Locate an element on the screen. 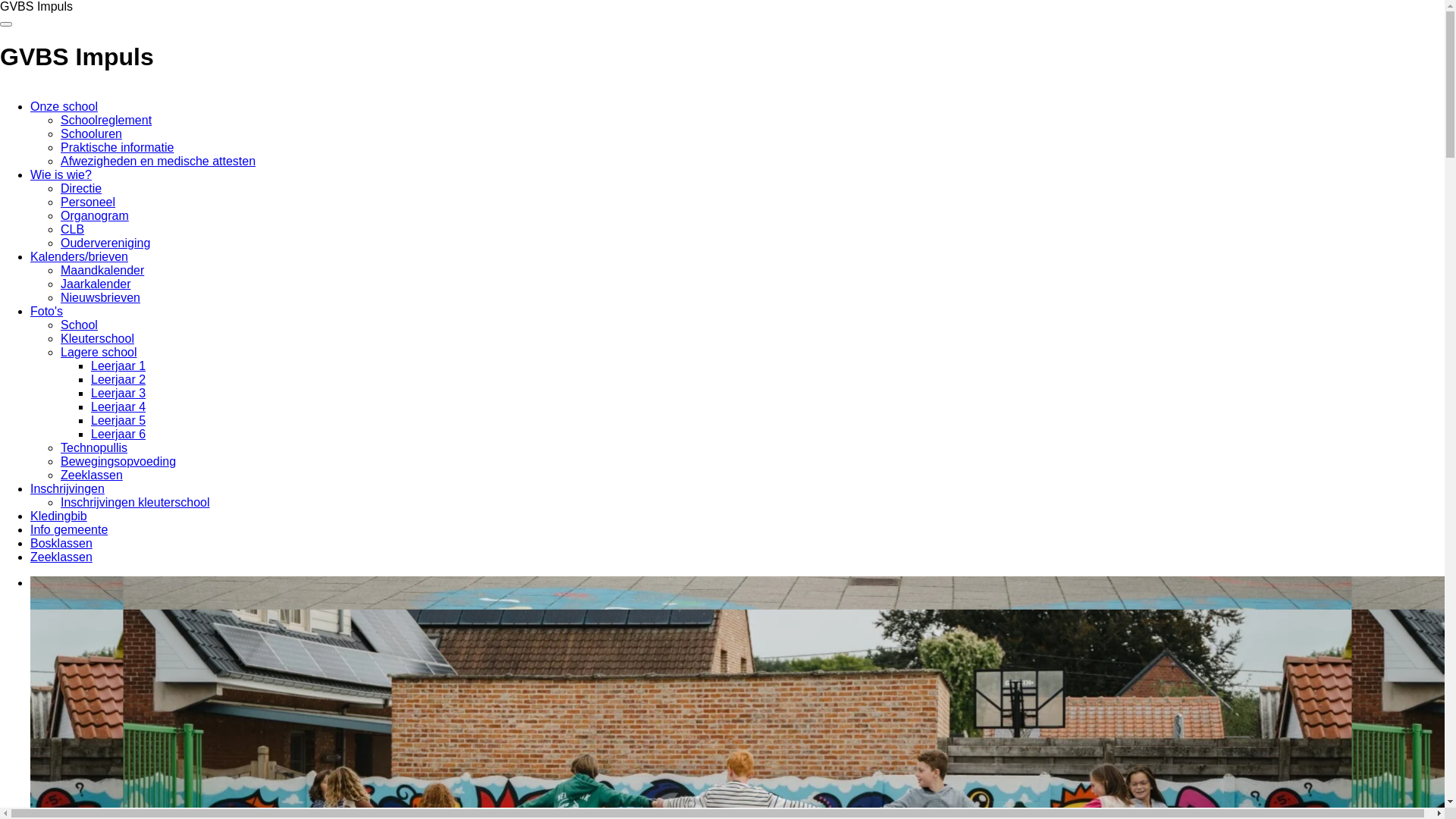 The width and height of the screenshot is (1456, 819). 'Zeeklassen' is located at coordinates (61, 557).